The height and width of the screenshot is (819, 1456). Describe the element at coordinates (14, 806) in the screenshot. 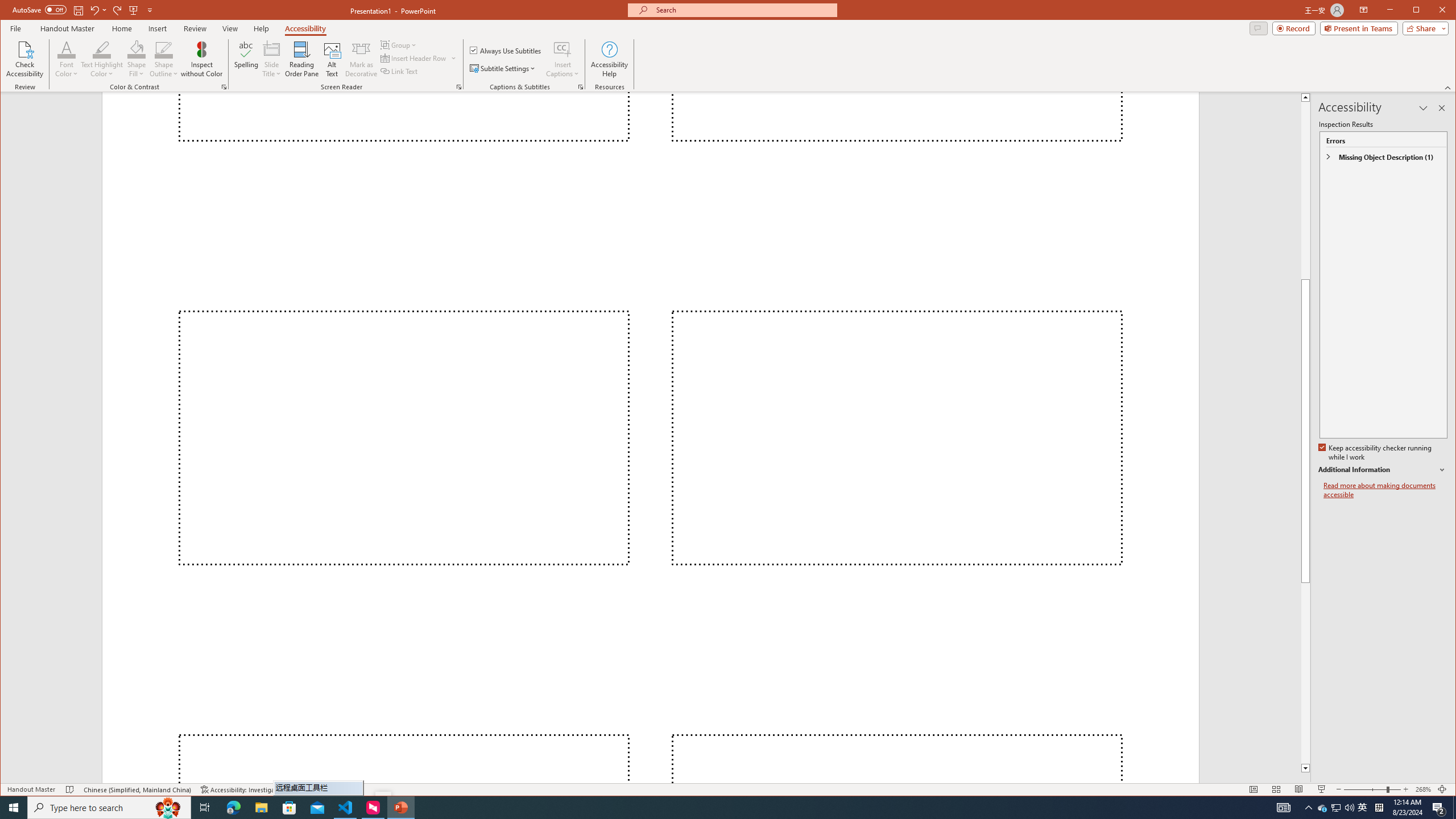

I see `'Start'` at that location.